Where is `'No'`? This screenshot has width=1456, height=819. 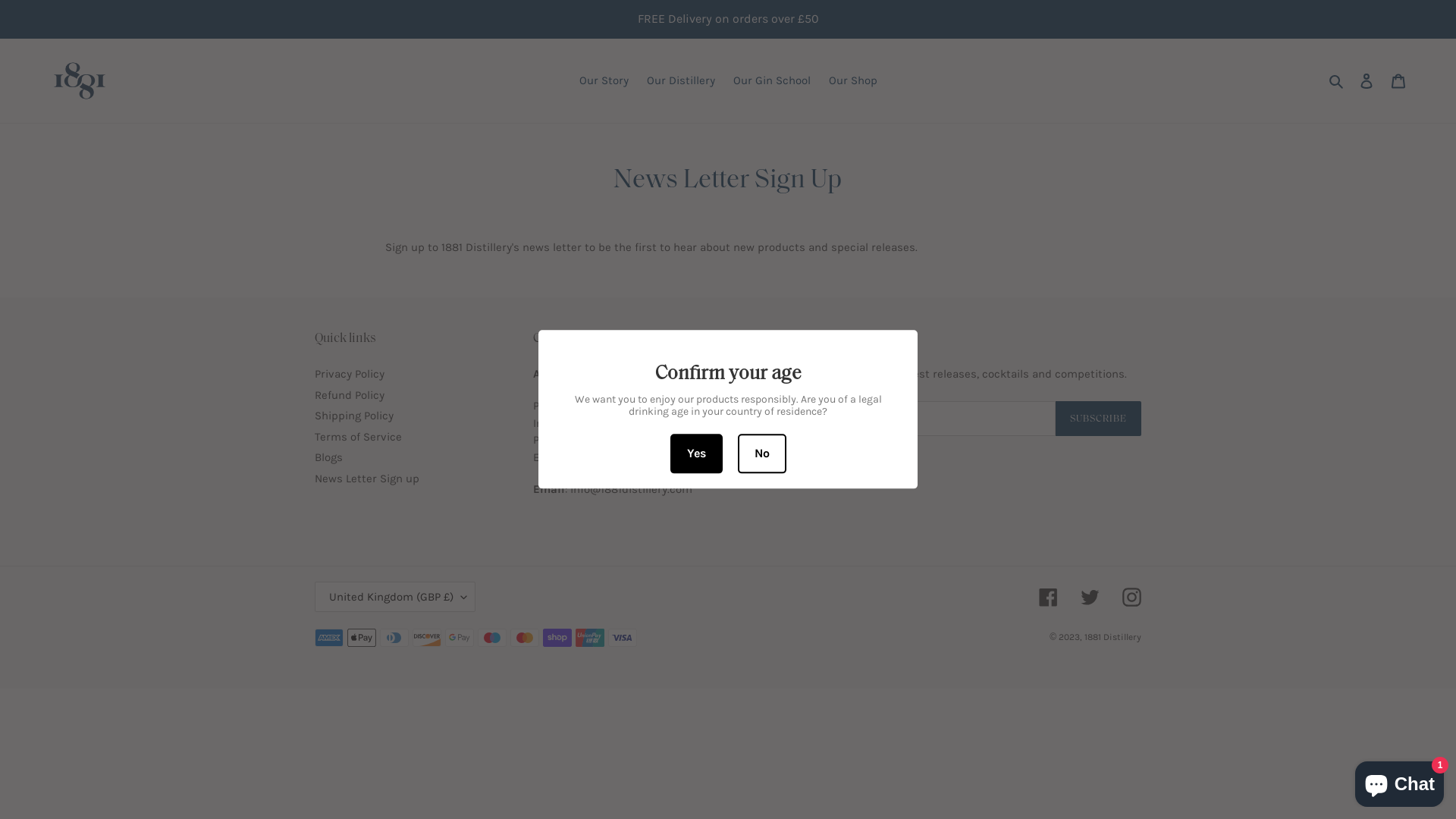
'No' is located at coordinates (761, 453).